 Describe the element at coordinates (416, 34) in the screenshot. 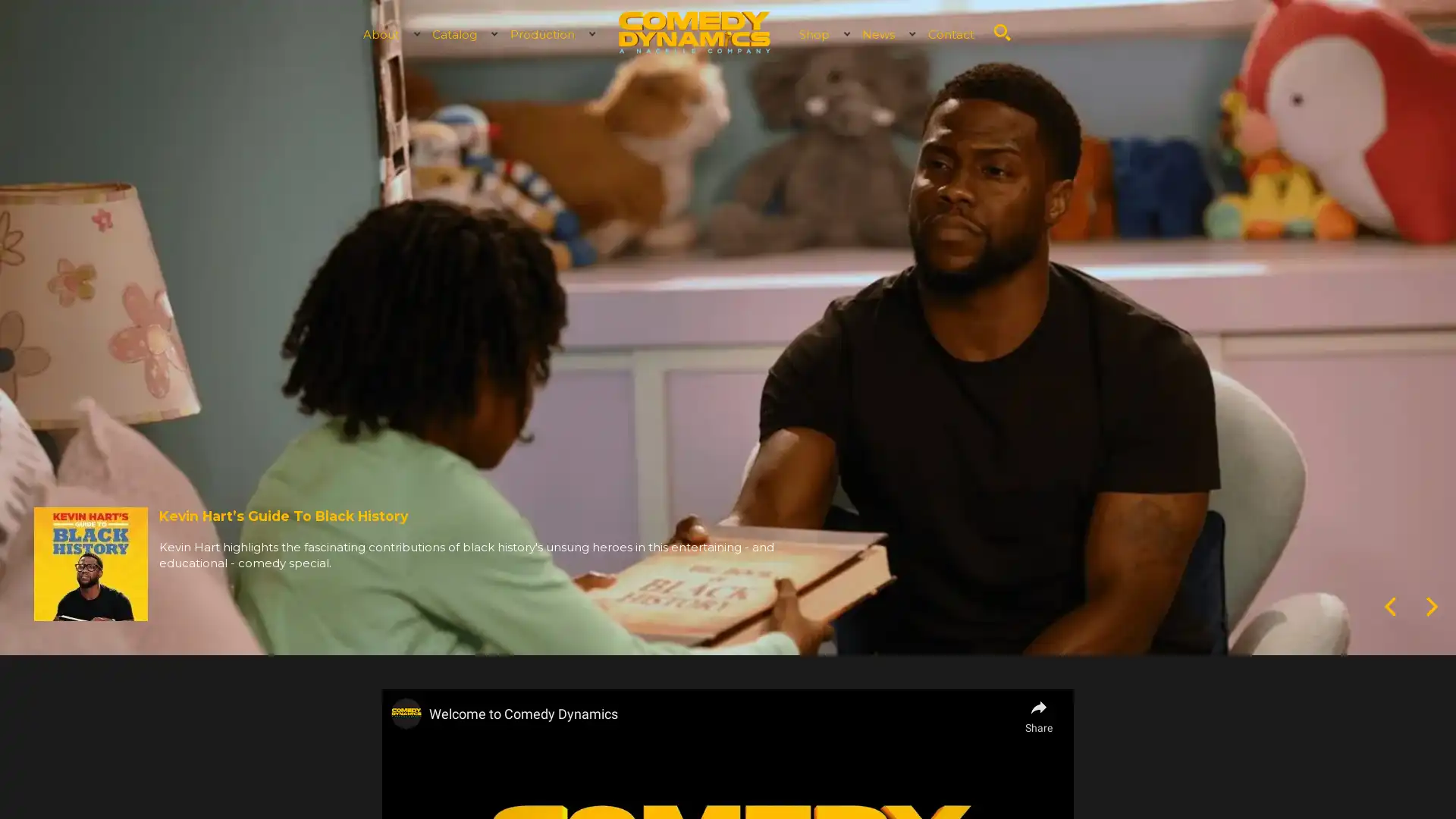

I see `Expand child menu` at that location.